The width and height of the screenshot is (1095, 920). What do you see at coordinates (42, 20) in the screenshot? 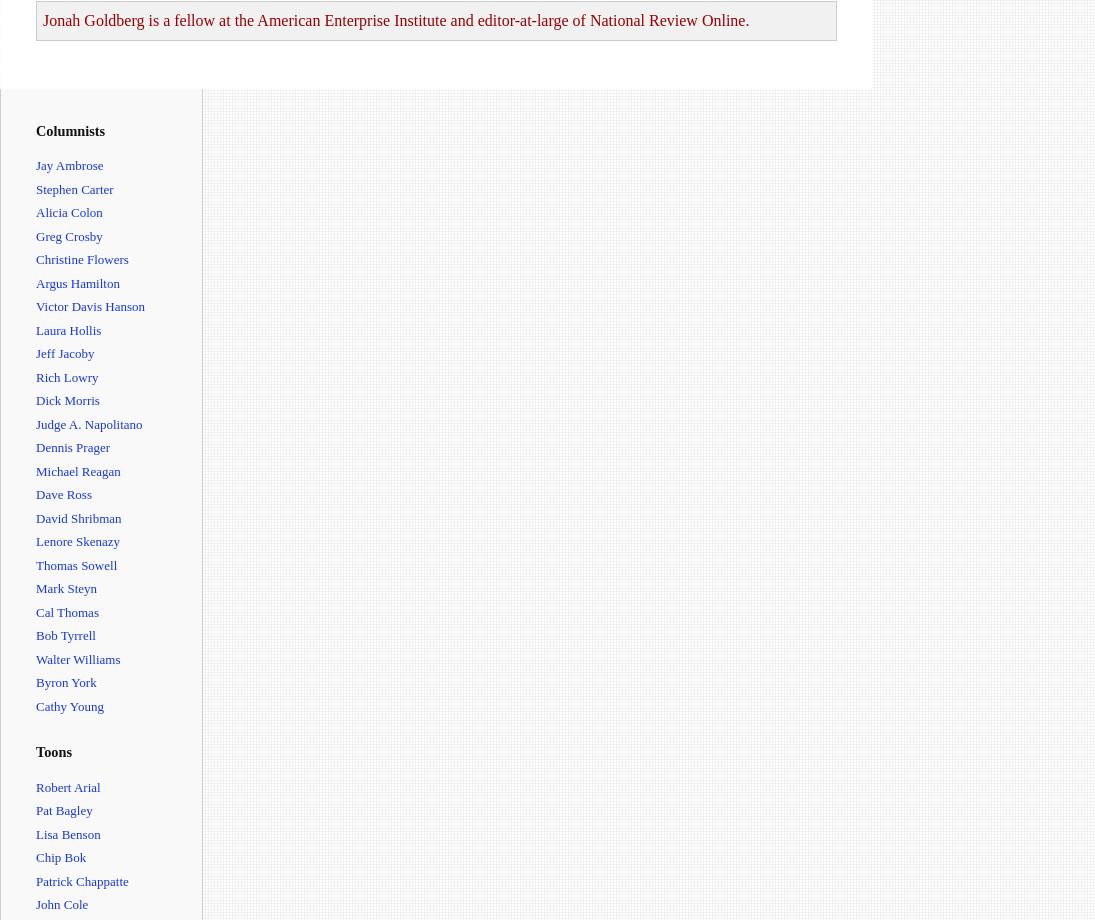
I see `'Jonah Goldberg is a fellow at the American Enterprise Institute and editor-at-large of National Review Online.'` at bounding box center [42, 20].